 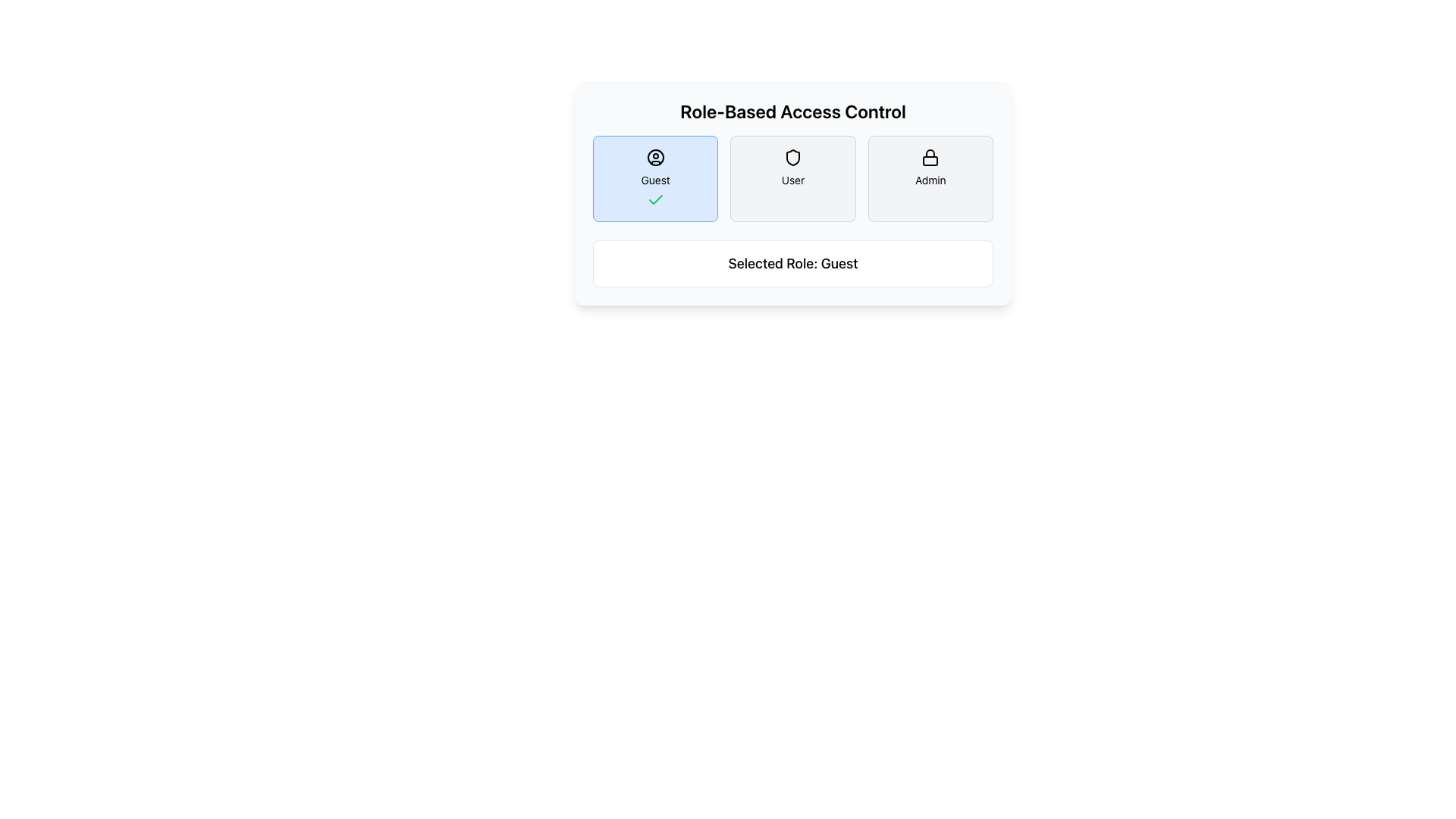 What do you see at coordinates (792, 158) in the screenshot?
I see `the shield-shaped icon located in the 'User' selection section, which is the middle option in a row of selectable roles` at bounding box center [792, 158].